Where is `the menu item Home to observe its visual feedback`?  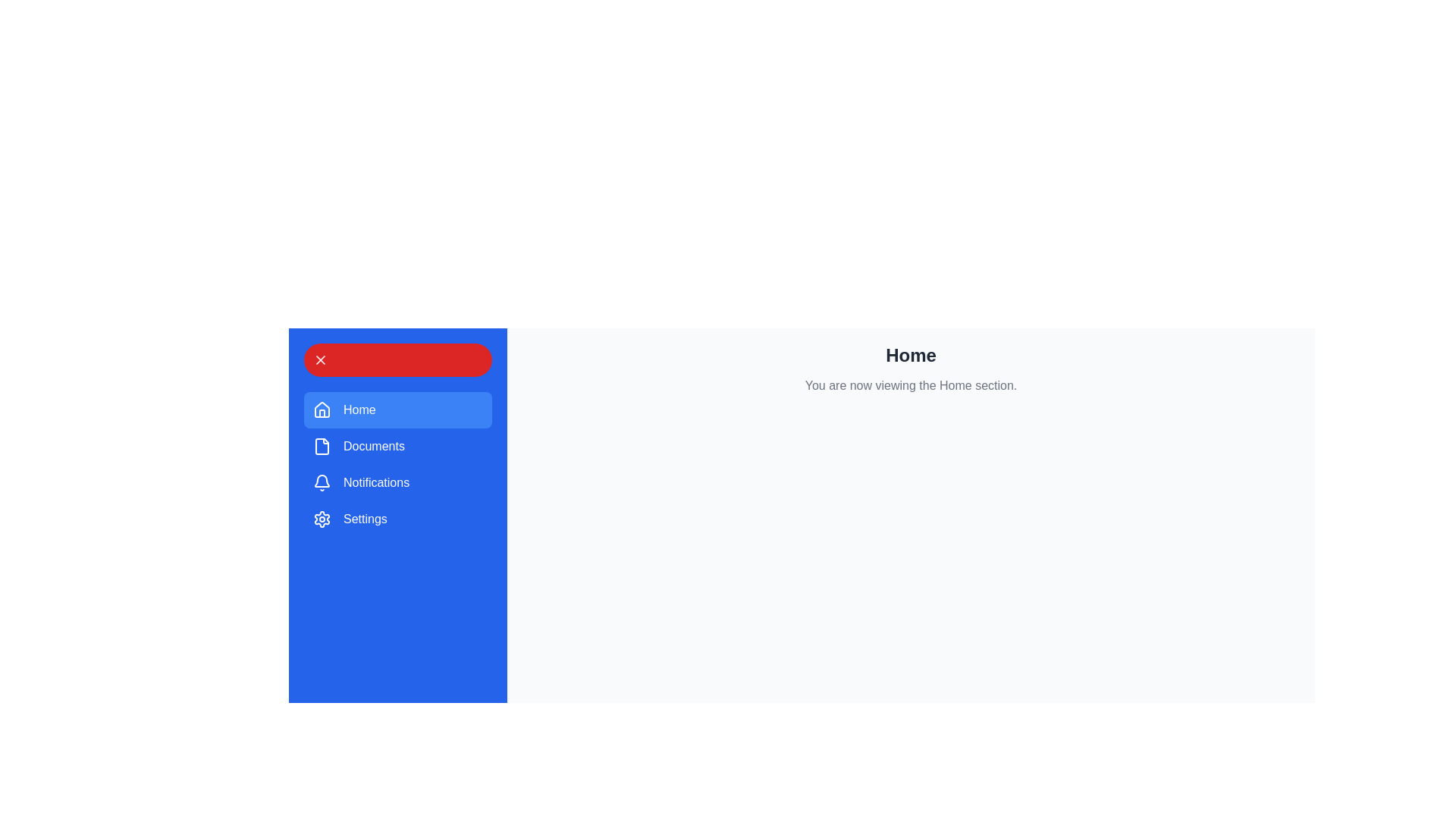 the menu item Home to observe its visual feedback is located at coordinates (397, 409).